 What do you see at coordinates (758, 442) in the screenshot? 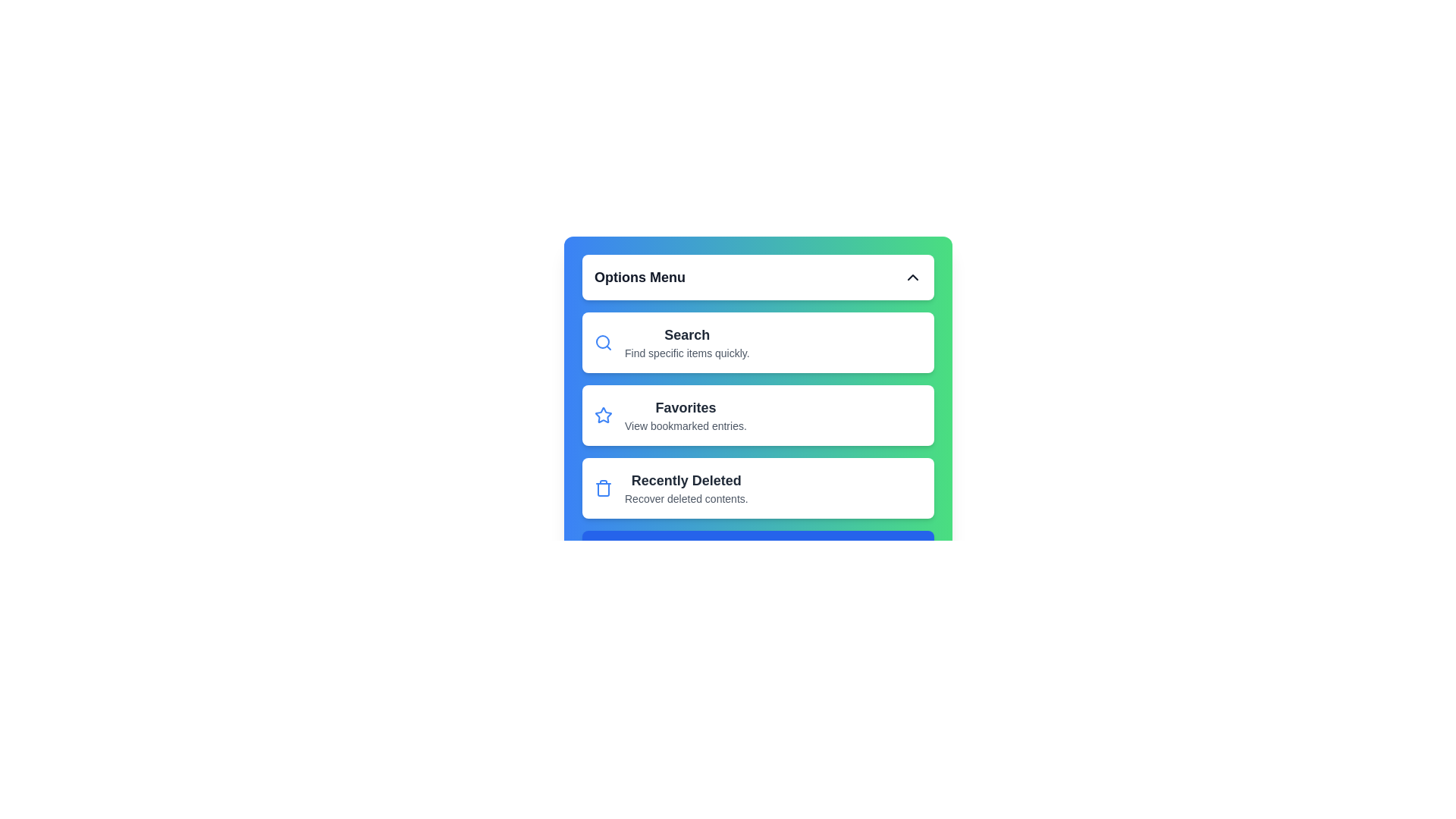
I see `the second list item in the 'Options Menu' that represents bookmarked entries or favorites` at bounding box center [758, 442].